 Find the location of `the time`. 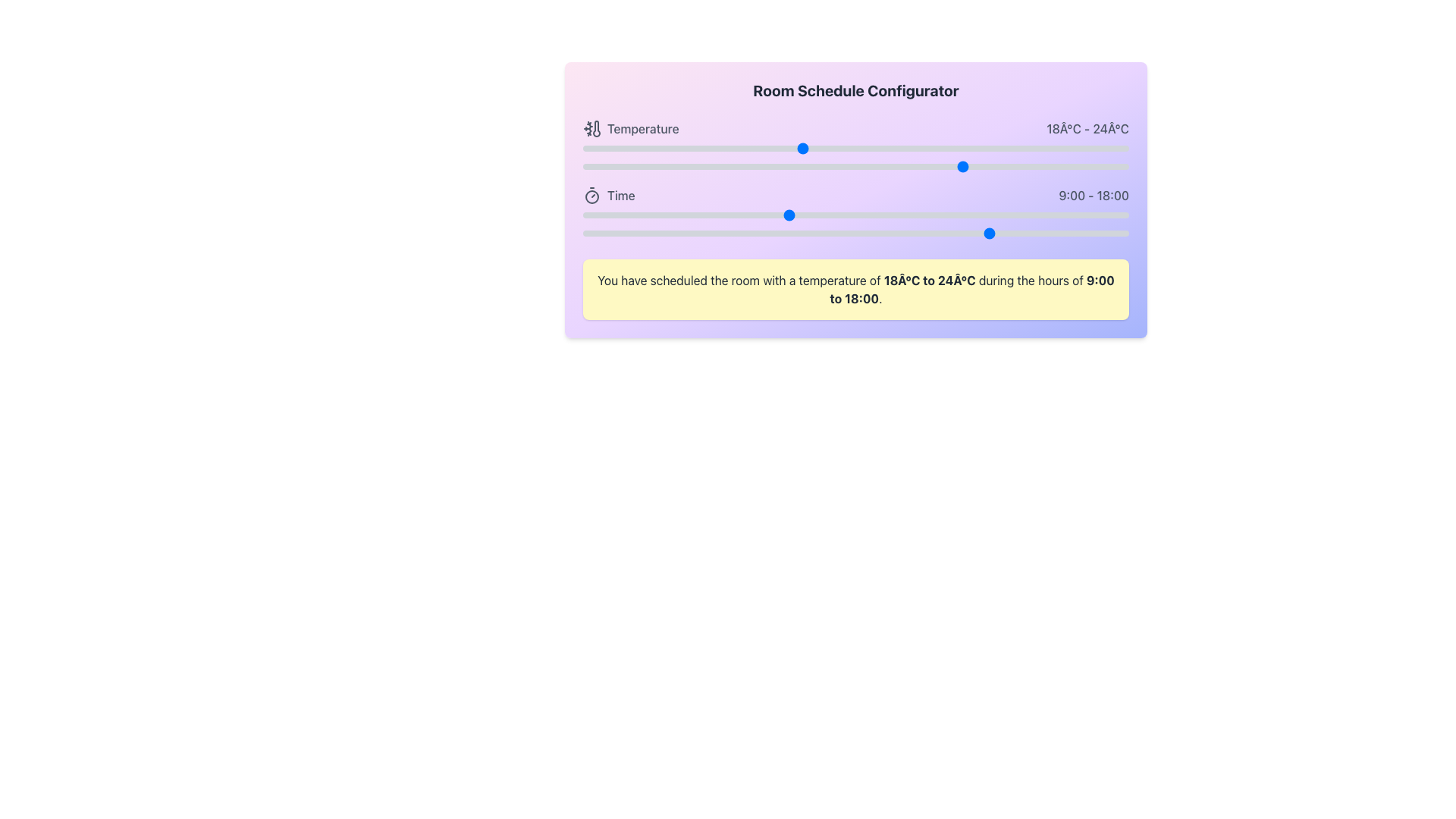

the time is located at coordinates (855, 215).